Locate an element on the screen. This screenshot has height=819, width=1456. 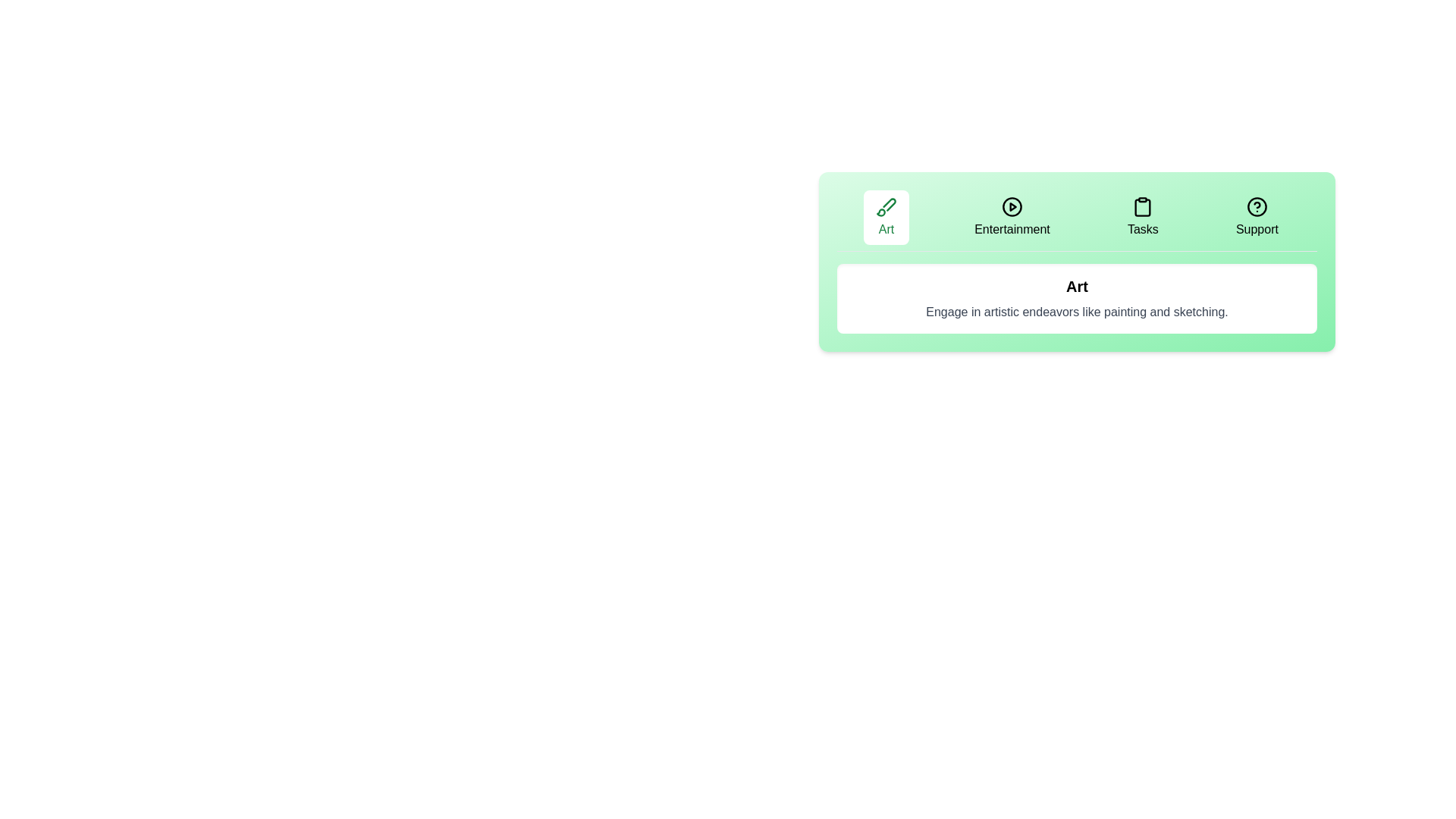
the 'Entertainment' item in the navigation bar is located at coordinates (1076, 221).